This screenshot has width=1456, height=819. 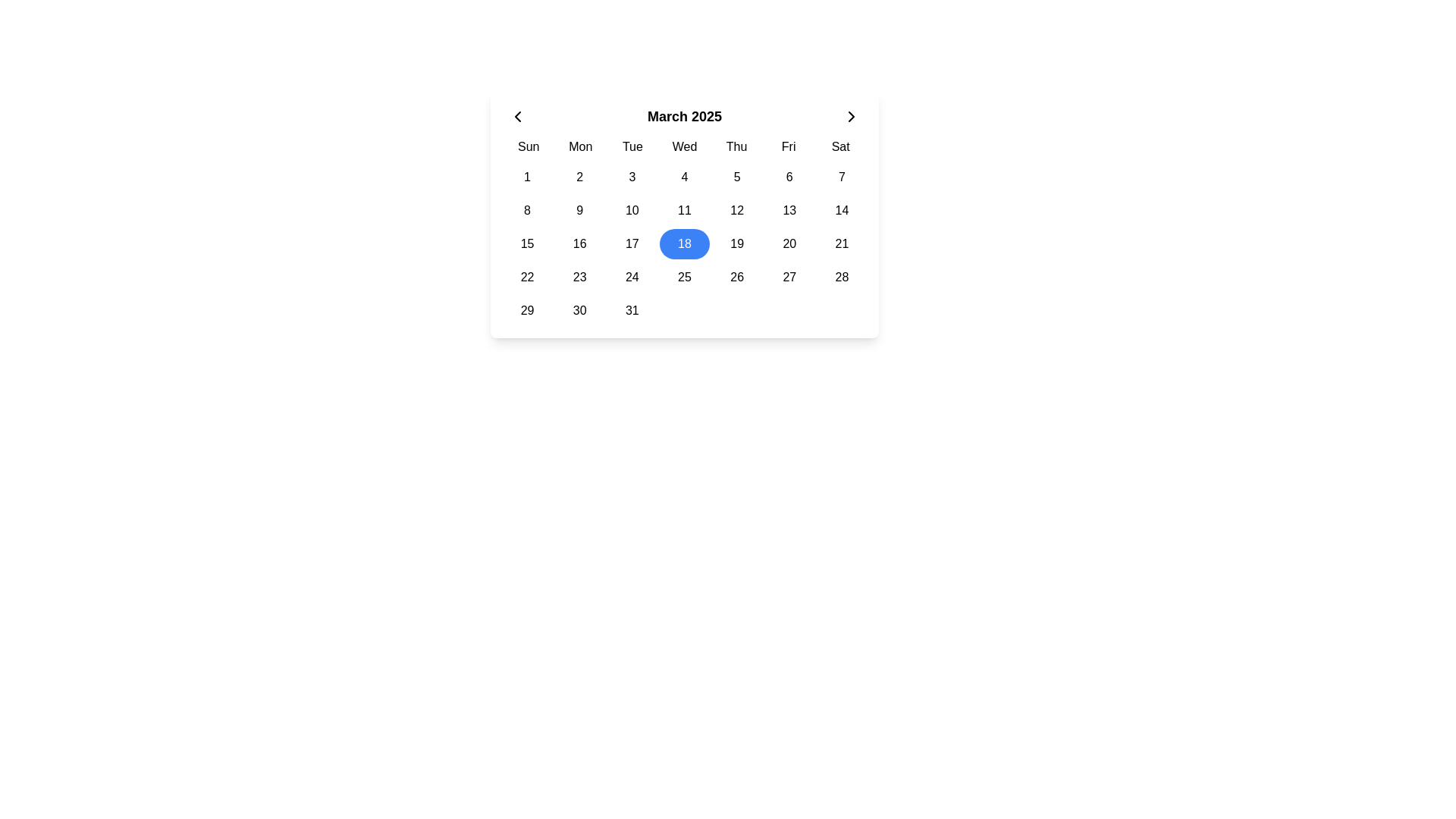 What do you see at coordinates (632, 210) in the screenshot?
I see `the selectable button for the date '10'` at bounding box center [632, 210].